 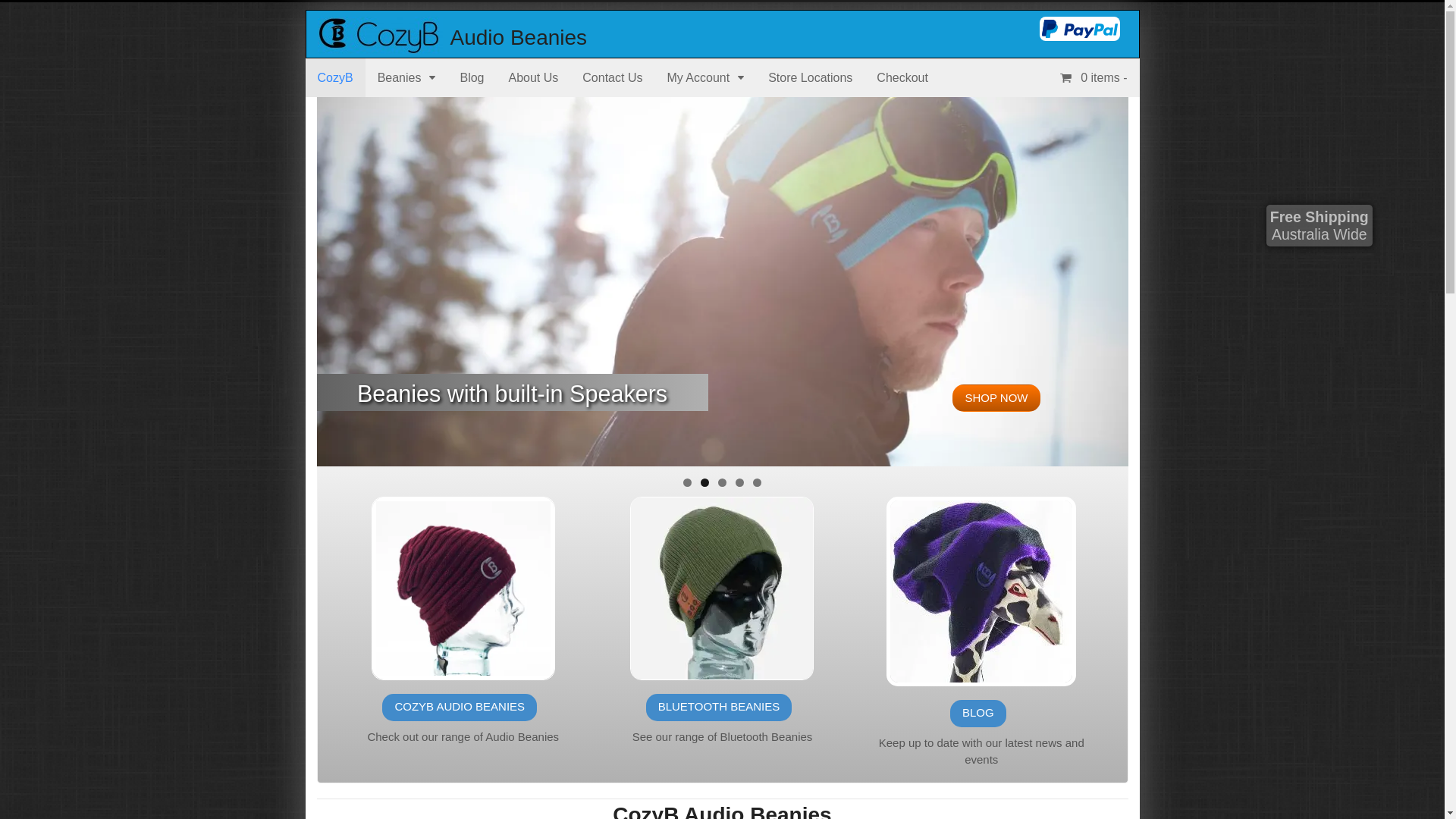 I want to click on 'My Account', so click(x=704, y=77).